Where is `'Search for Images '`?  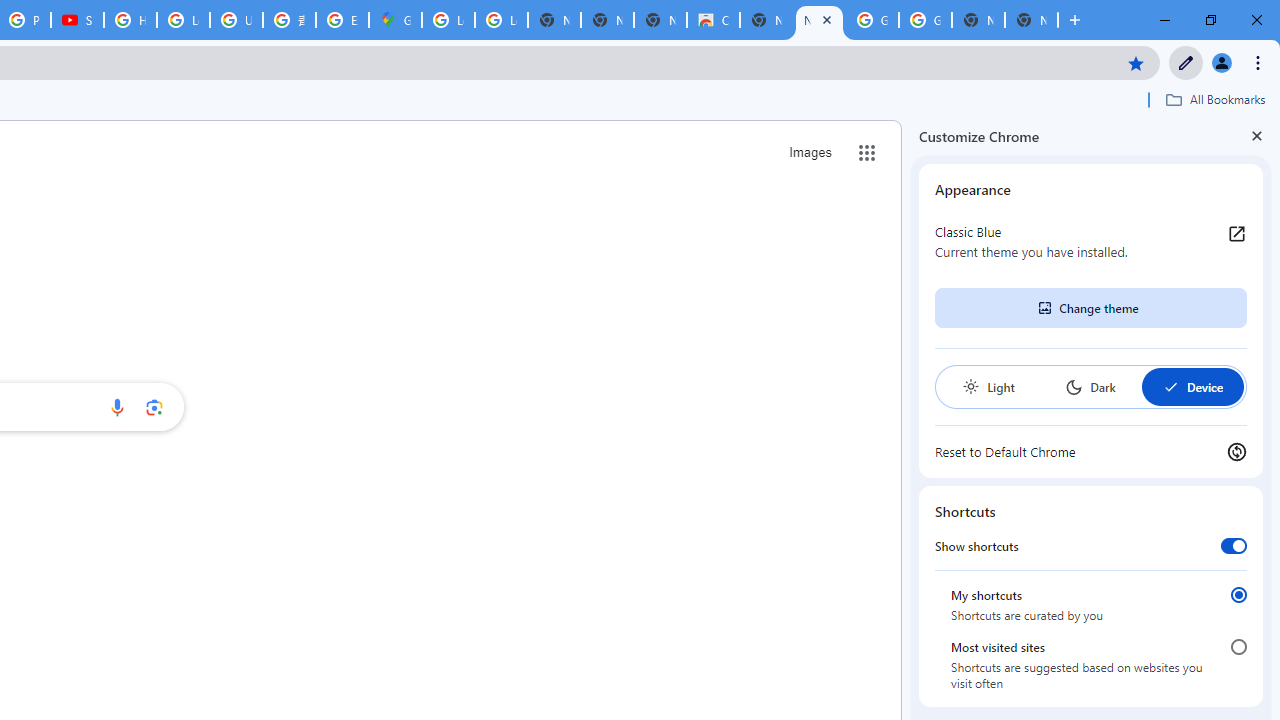 'Search for Images ' is located at coordinates (810, 152).